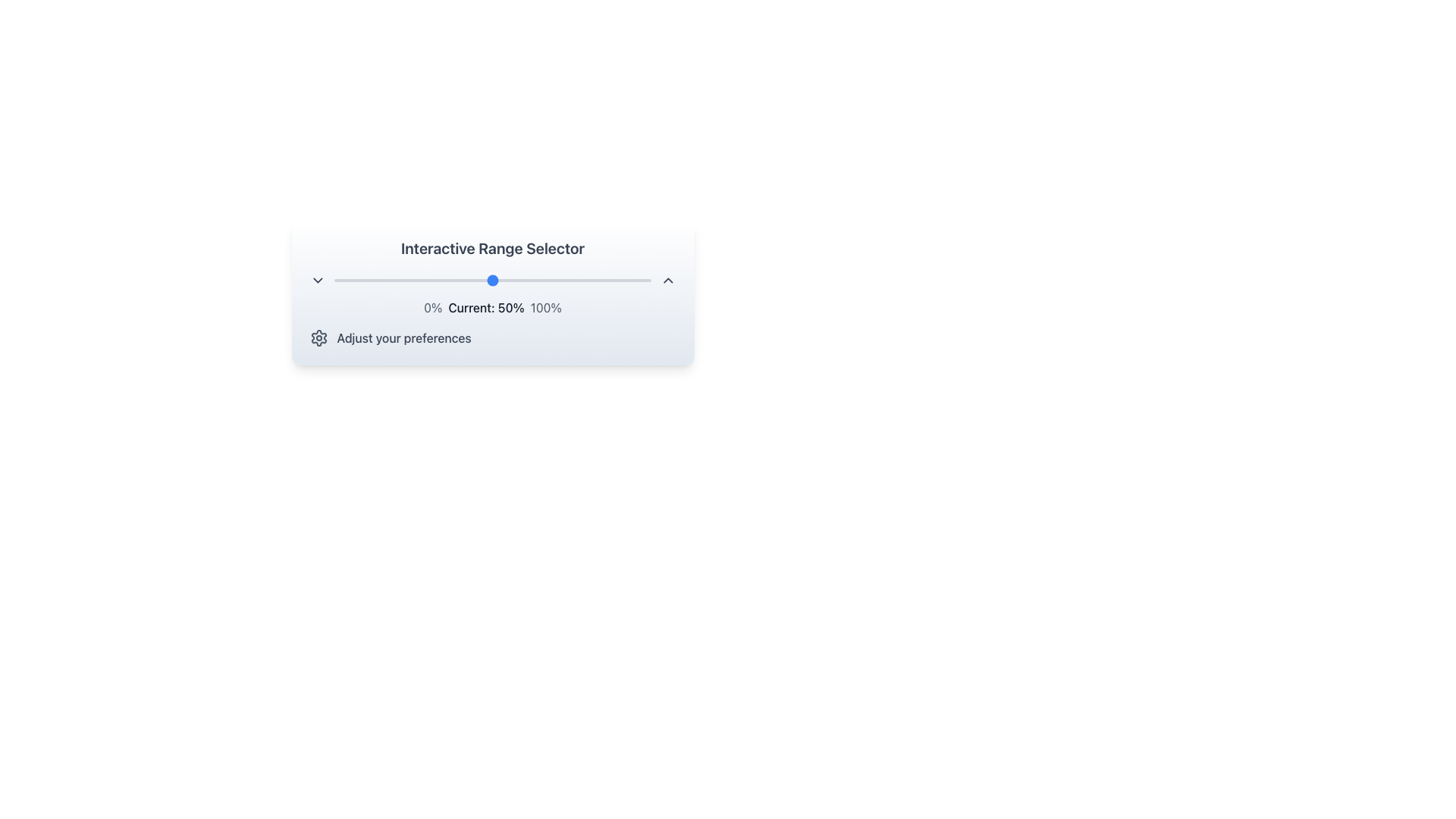 The width and height of the screenshot is (1456, 819). Describe the element at coordinates (524, 281) in the screenshot. I see `slider value` at that location.